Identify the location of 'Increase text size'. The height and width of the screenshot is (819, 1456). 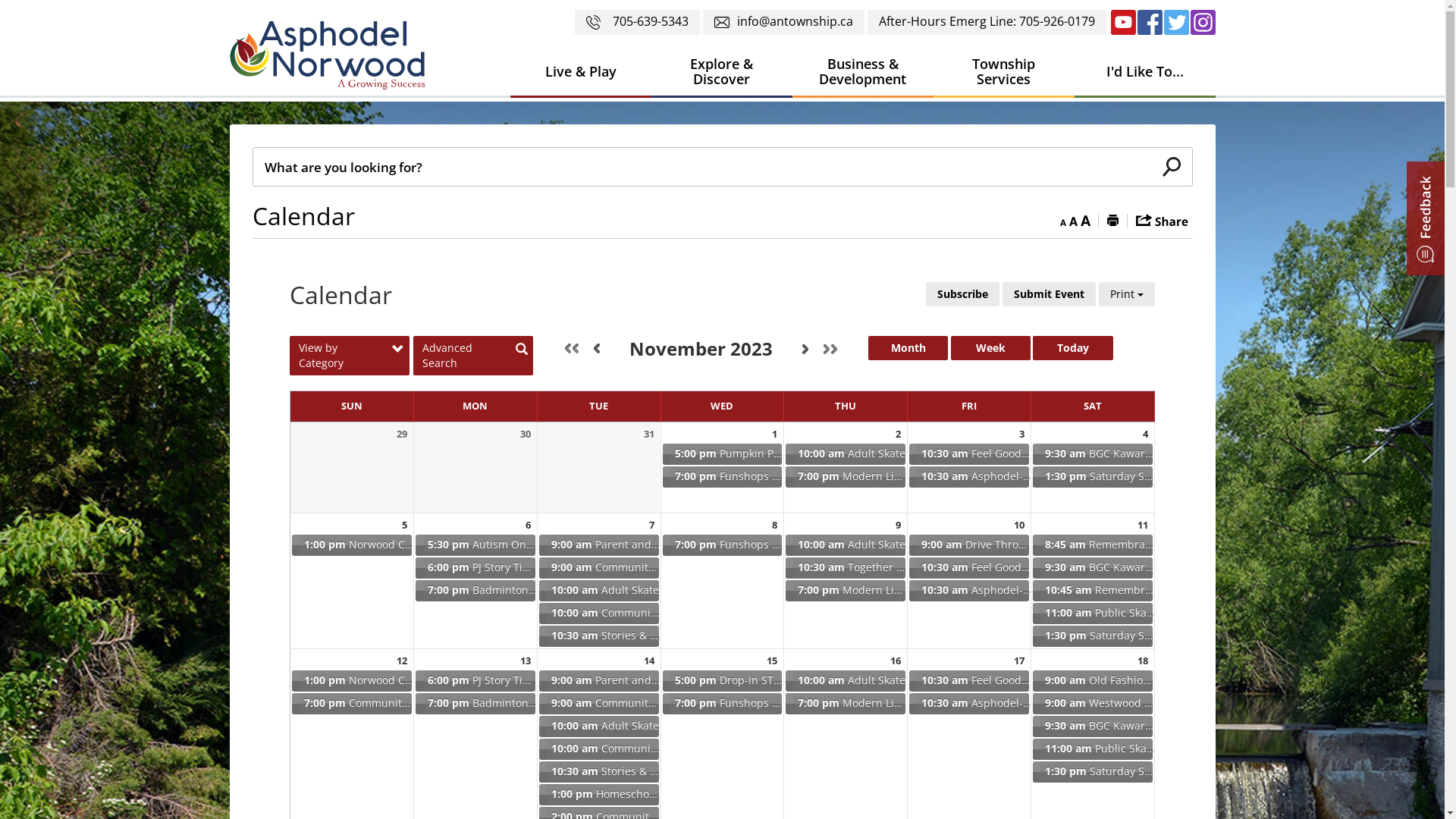
(1084, 219).